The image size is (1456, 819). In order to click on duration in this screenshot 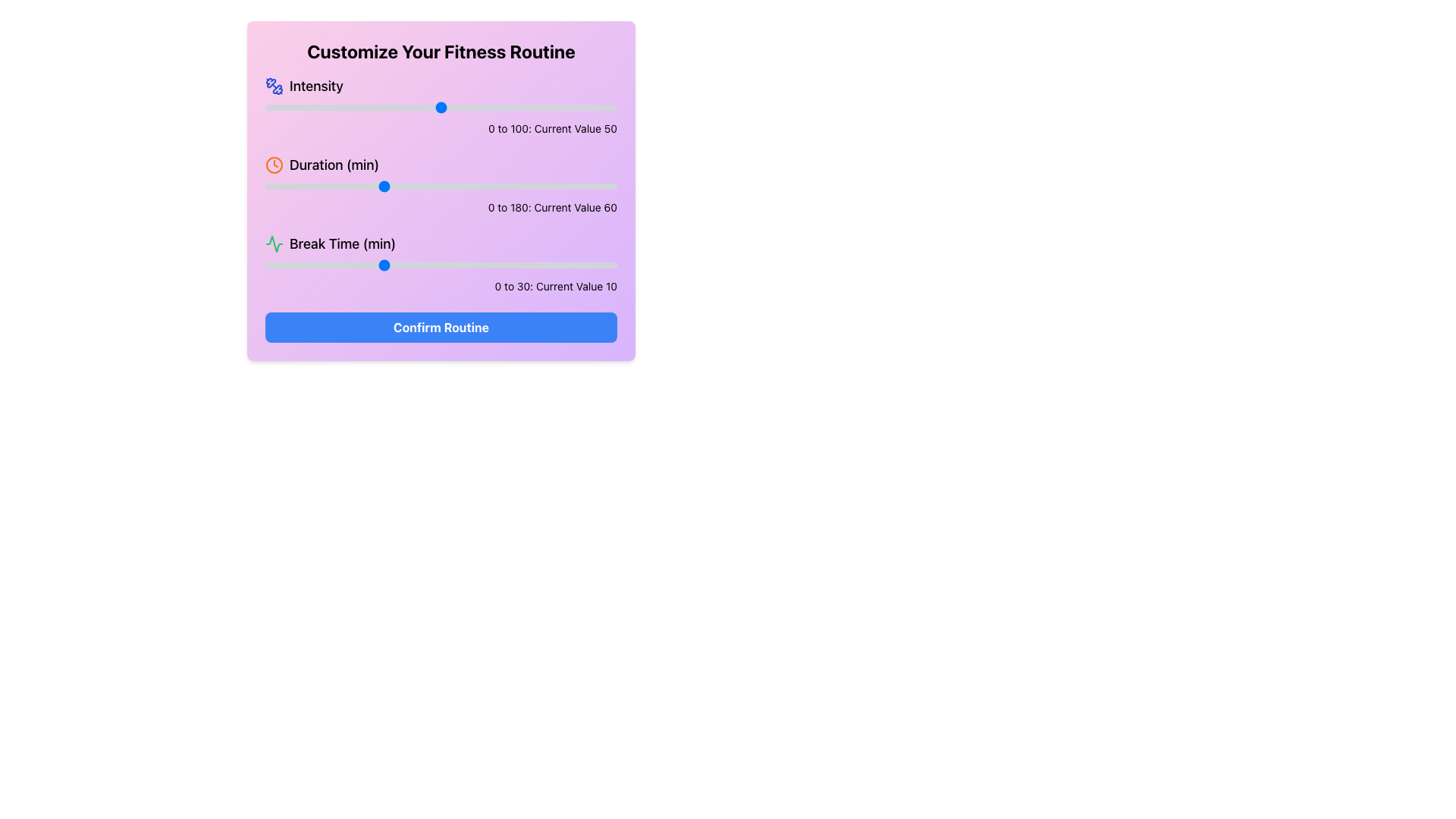, I will do `click(566, 186)`.